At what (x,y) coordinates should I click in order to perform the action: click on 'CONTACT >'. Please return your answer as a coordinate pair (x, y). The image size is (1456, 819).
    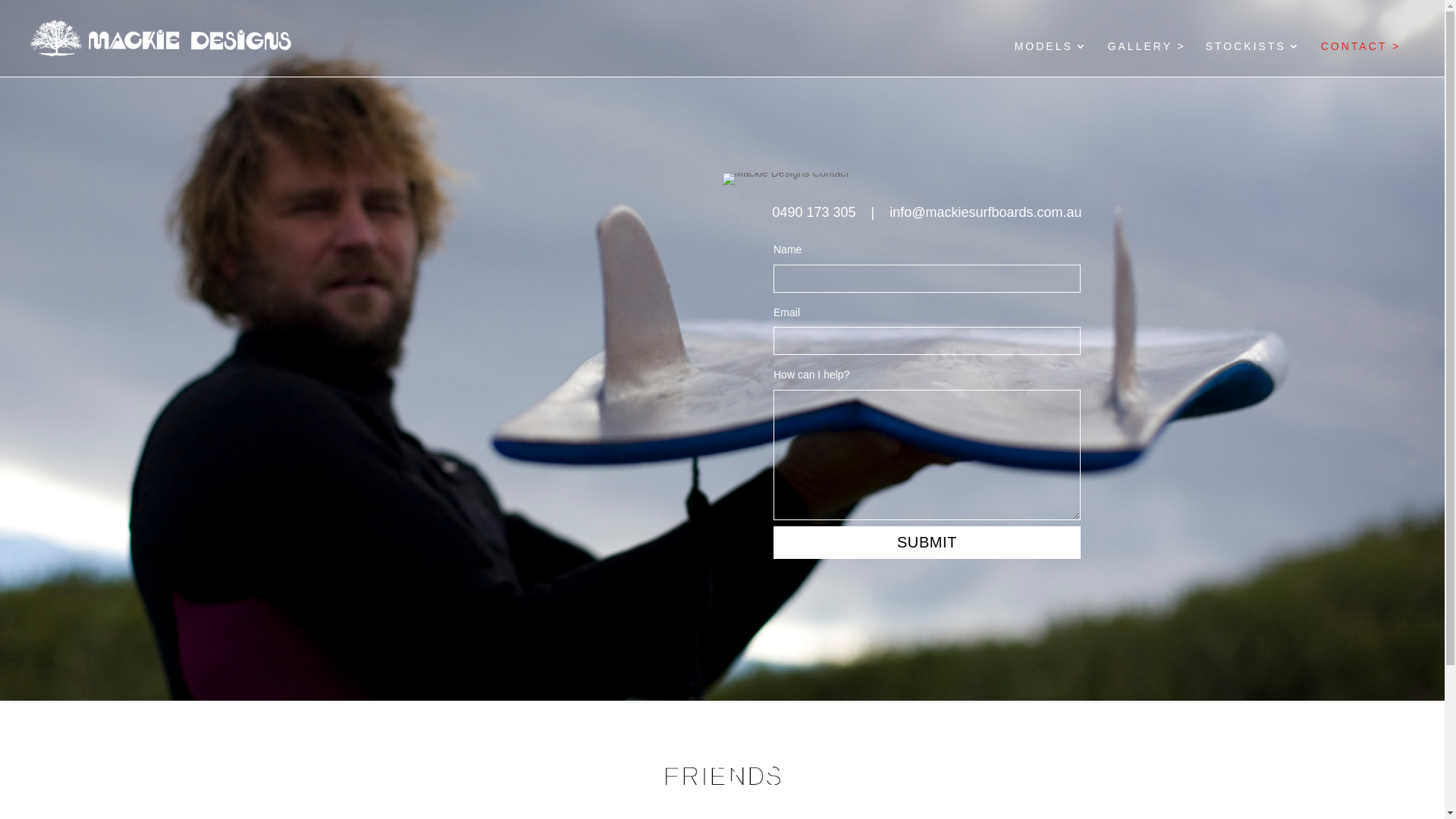
    Looking at the image, I should click on (1360, 58).